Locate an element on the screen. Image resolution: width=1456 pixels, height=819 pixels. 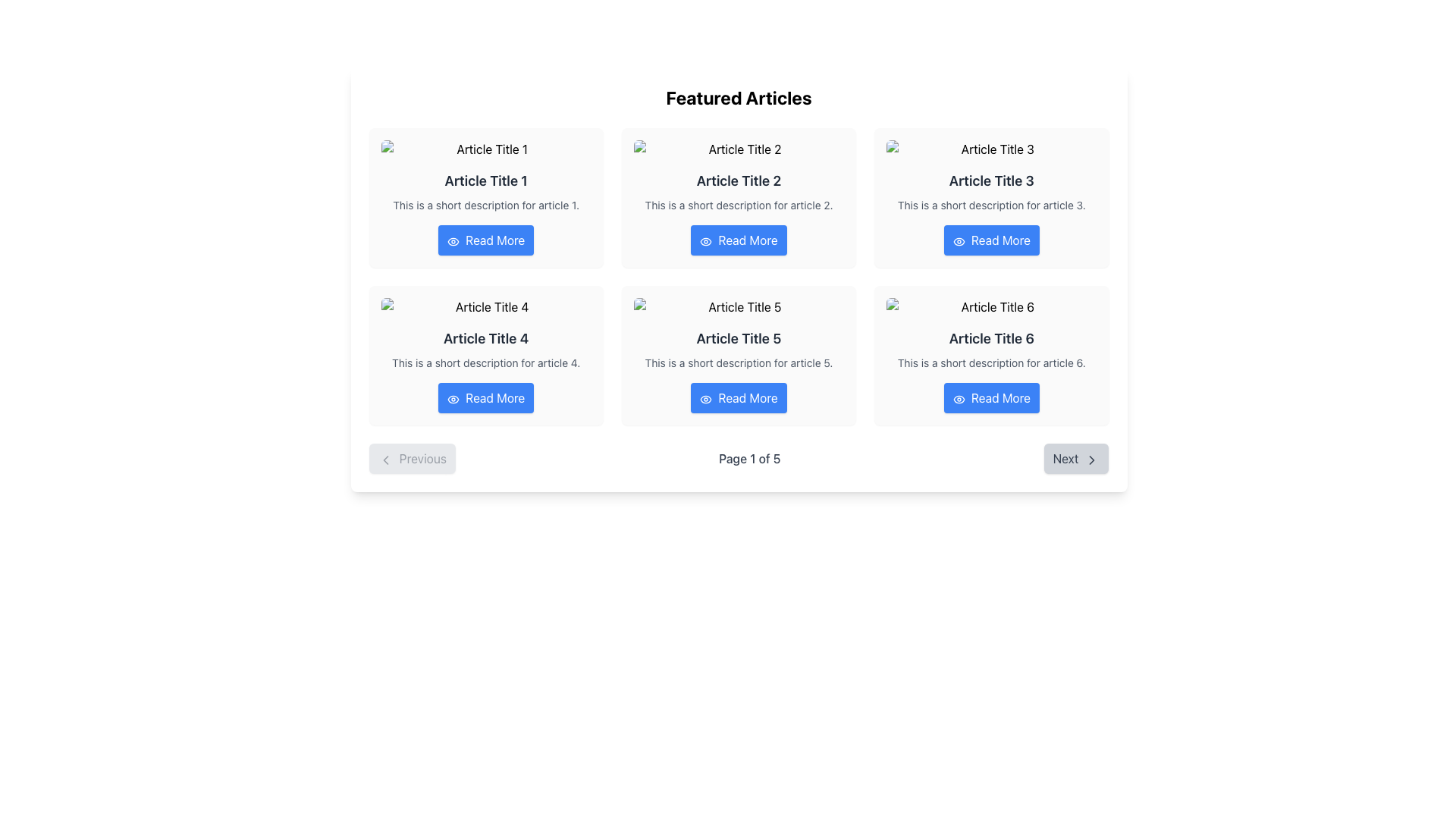
the text label that serves as the title of 'Article Title 6' in the 'Featured Articles' section, located in the third column of the second row is located at coordinates (991, 338).